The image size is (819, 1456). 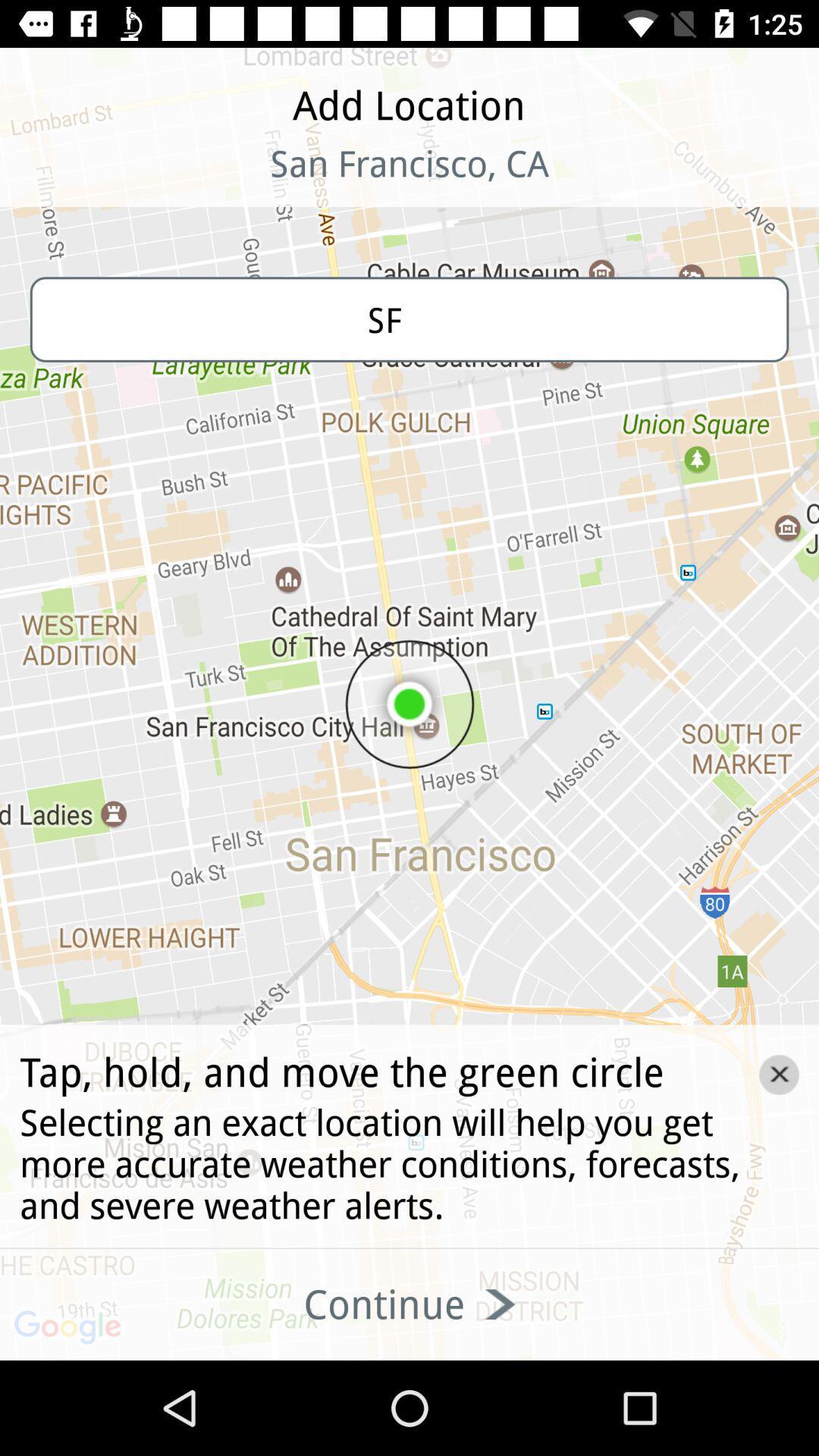 I want to click on the item below the sf, so click(x=779, y=1074).